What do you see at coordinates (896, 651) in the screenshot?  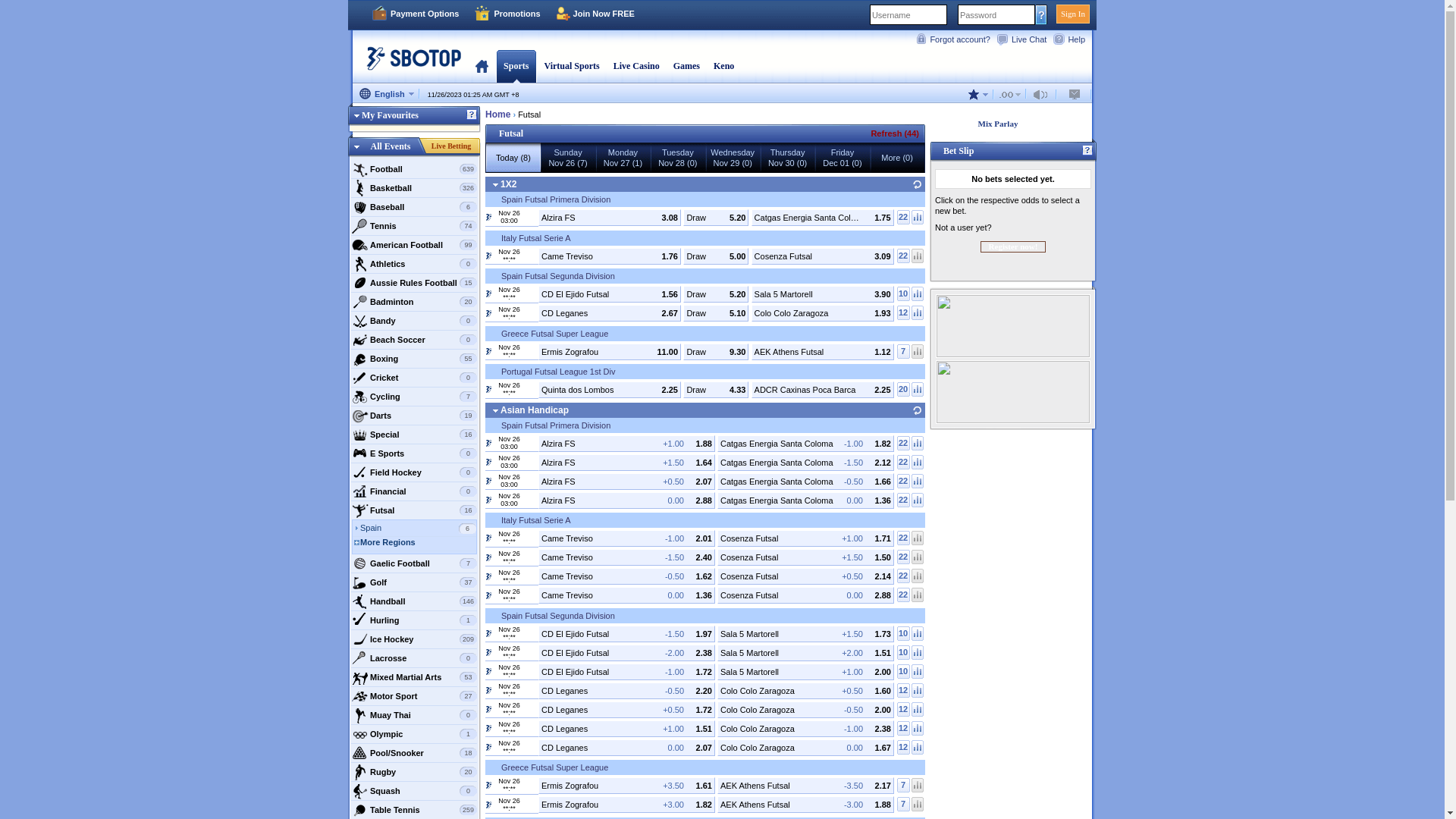 I see `'10'` at bounding box center [896, 651].